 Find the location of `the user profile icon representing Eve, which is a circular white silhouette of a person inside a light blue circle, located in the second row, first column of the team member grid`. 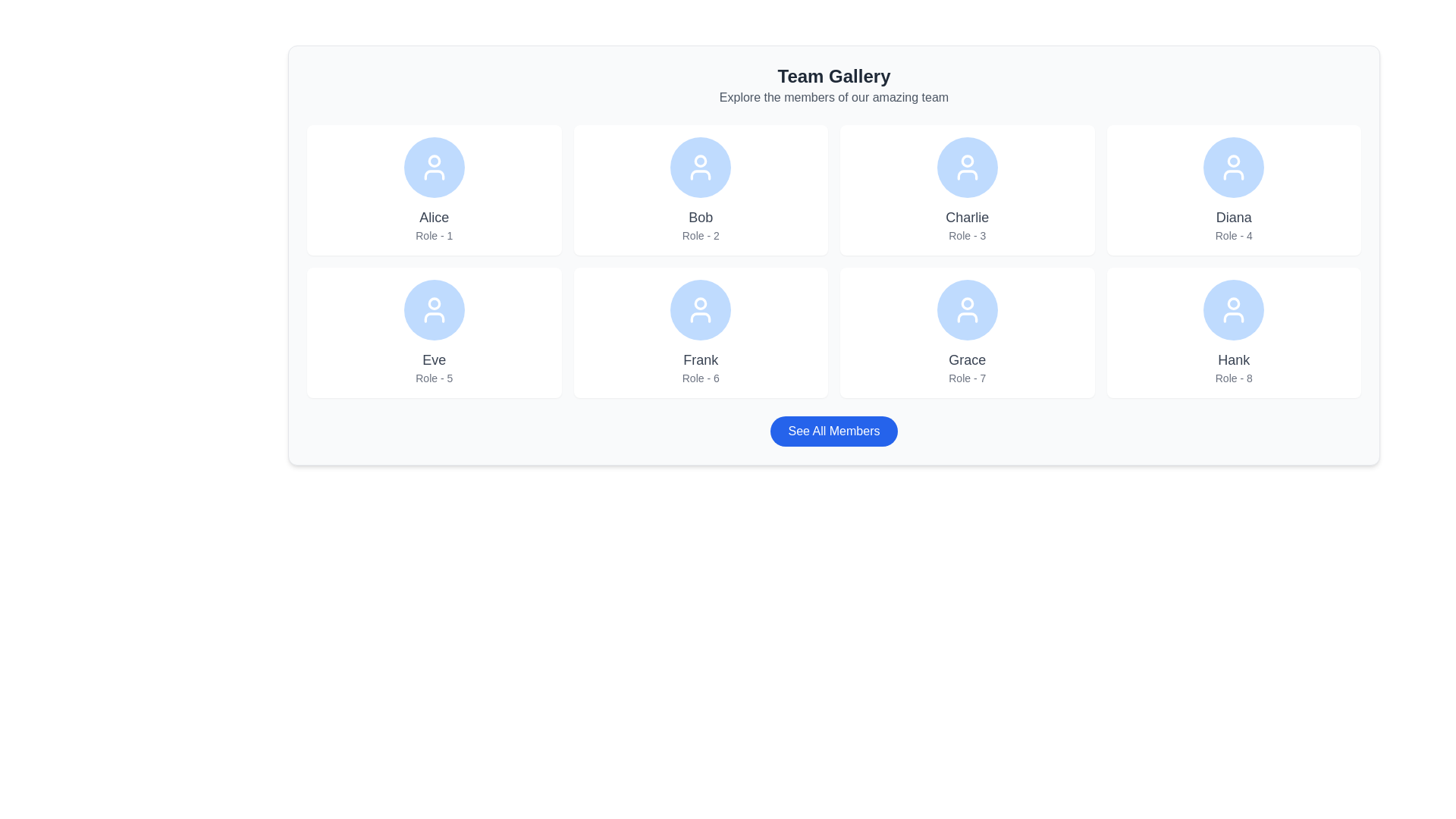

the user profile icon representing Eve, which is a circular white silhouette of a person inside a light blue circle, located in the second row, first column of the team member grid is located at coordinates (433, 309).